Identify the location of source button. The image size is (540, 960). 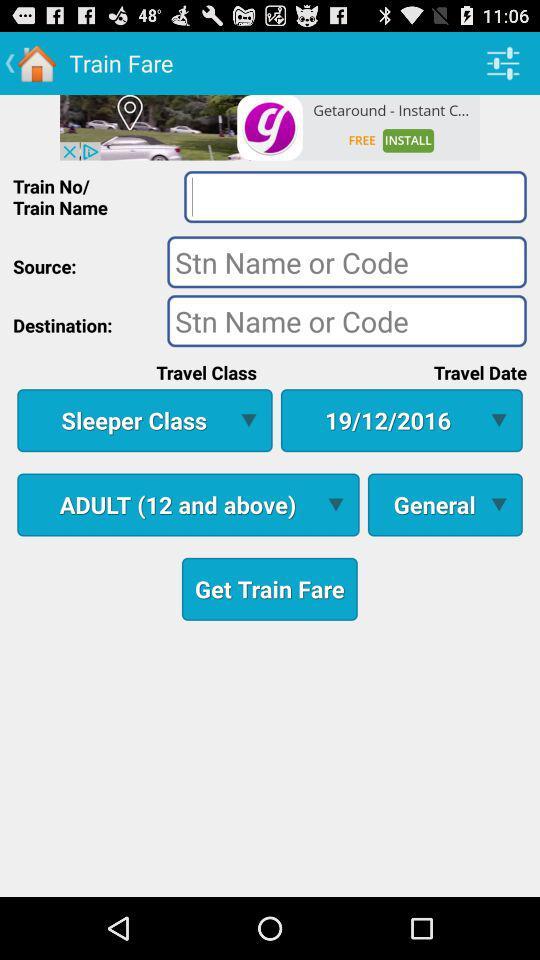
(346, 260).